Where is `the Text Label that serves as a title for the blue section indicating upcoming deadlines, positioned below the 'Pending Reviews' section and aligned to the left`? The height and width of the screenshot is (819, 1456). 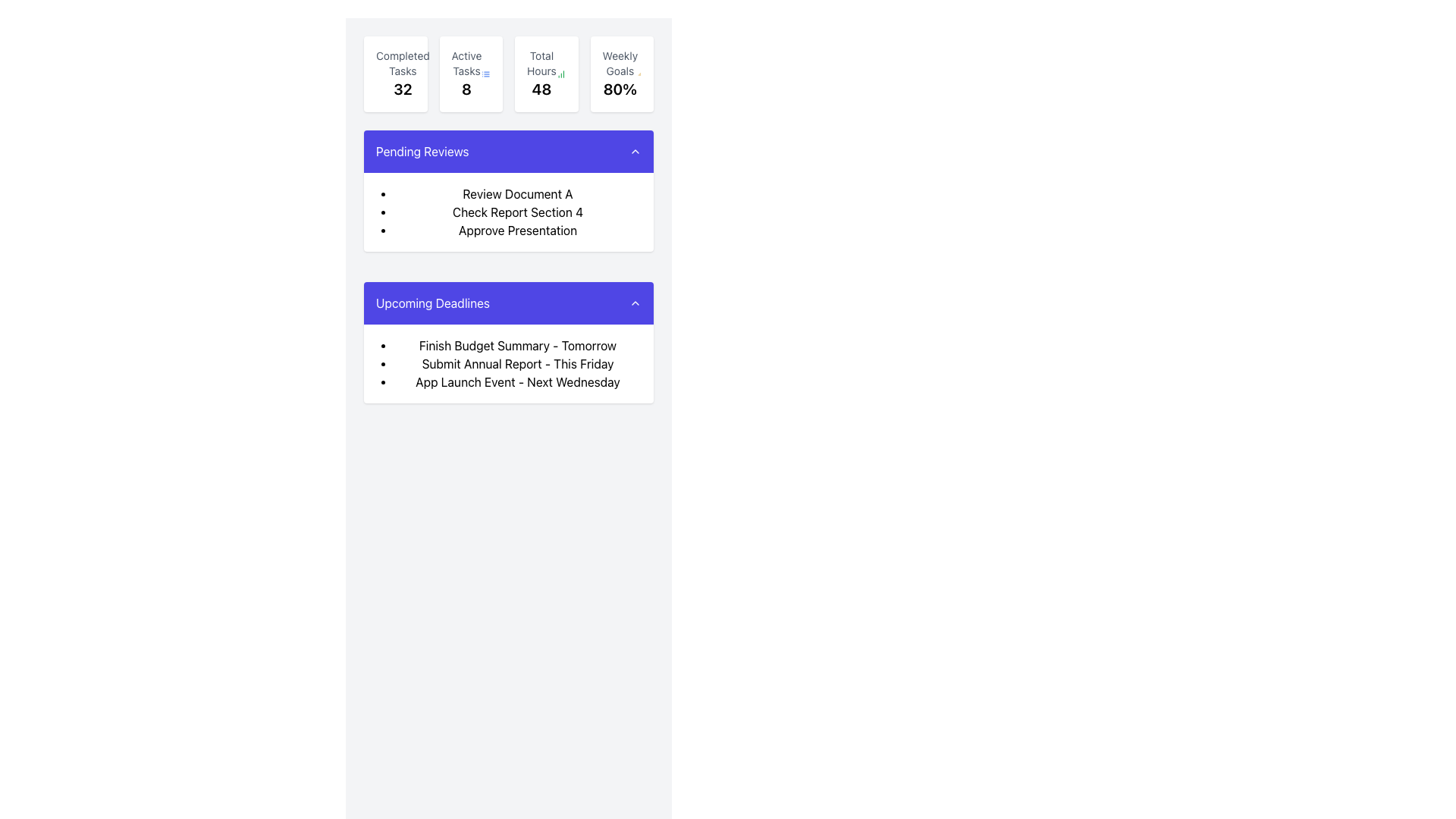
the Text Label that serves as a title for the blue section indicating upcoming deadlines, positioned below the 'Pending Reviews' section and aligned to the left is located at coordinates (432, 303).